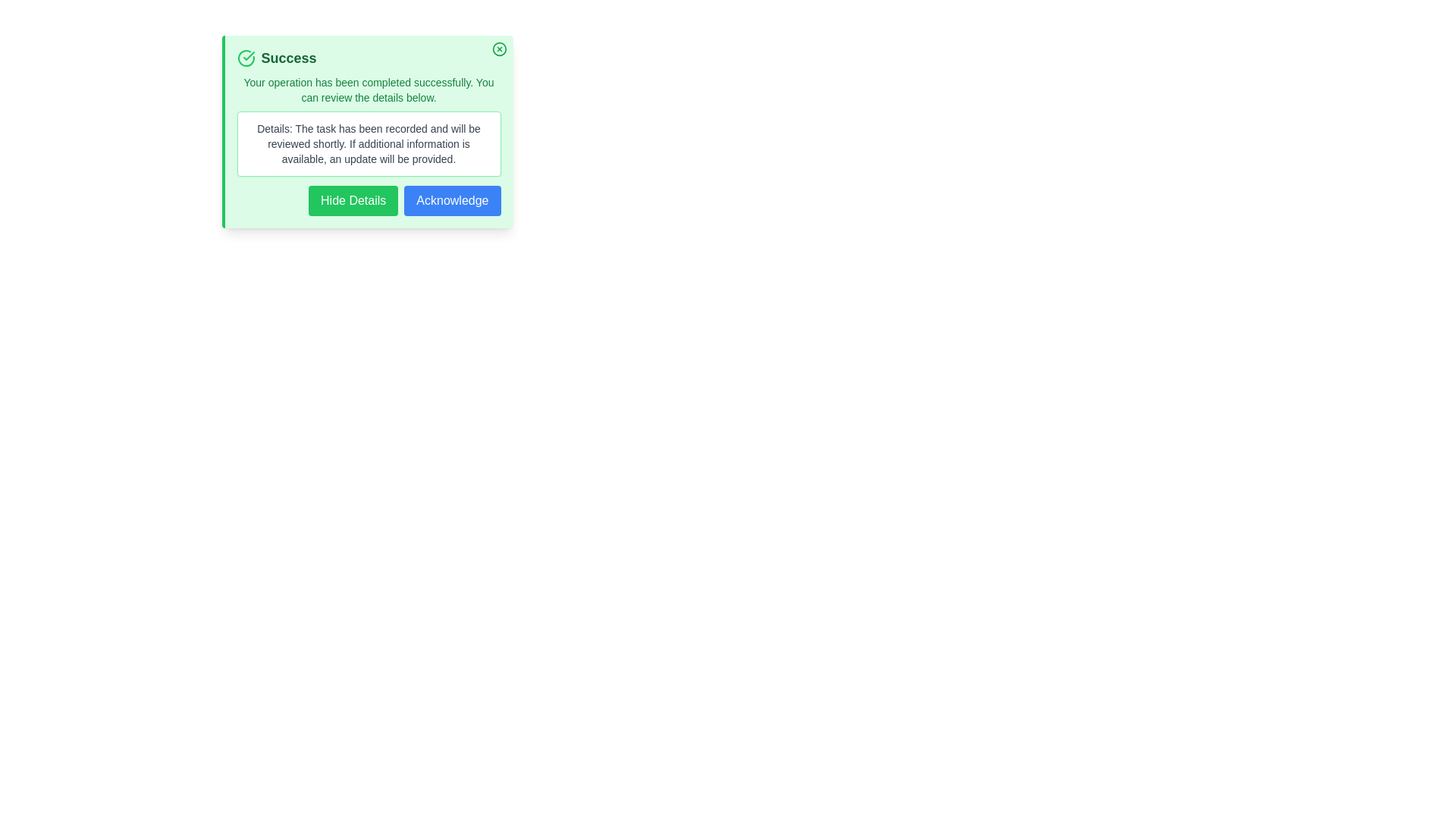  What do you see at coordinates (451, 200) in the screenshot?
I see `the 'Acknowledge' button to acknowledge the alert` at bounding box center [451, 200].